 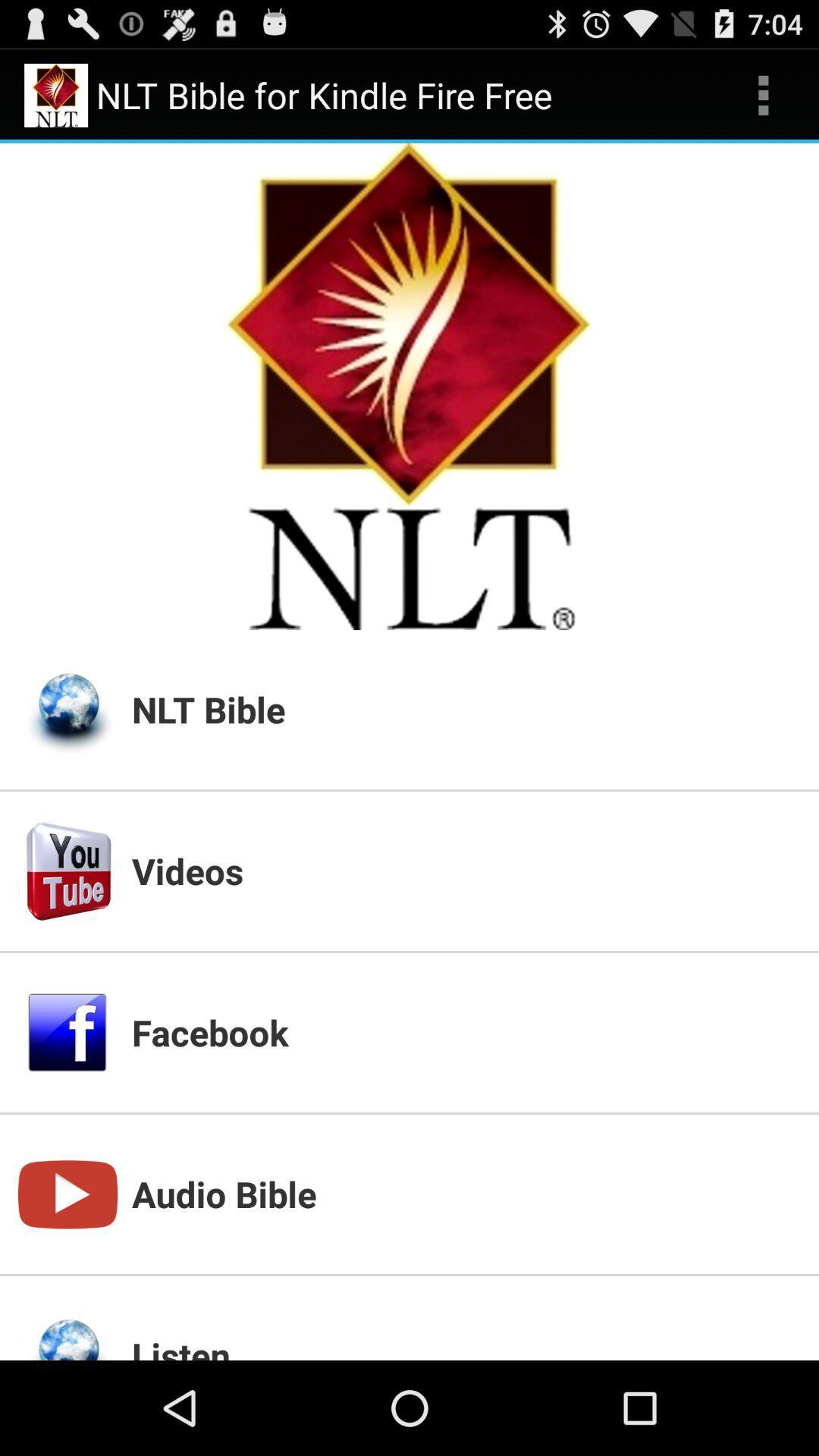 I want to click on the app below audio bible icon, so click(x=465, y=1345).